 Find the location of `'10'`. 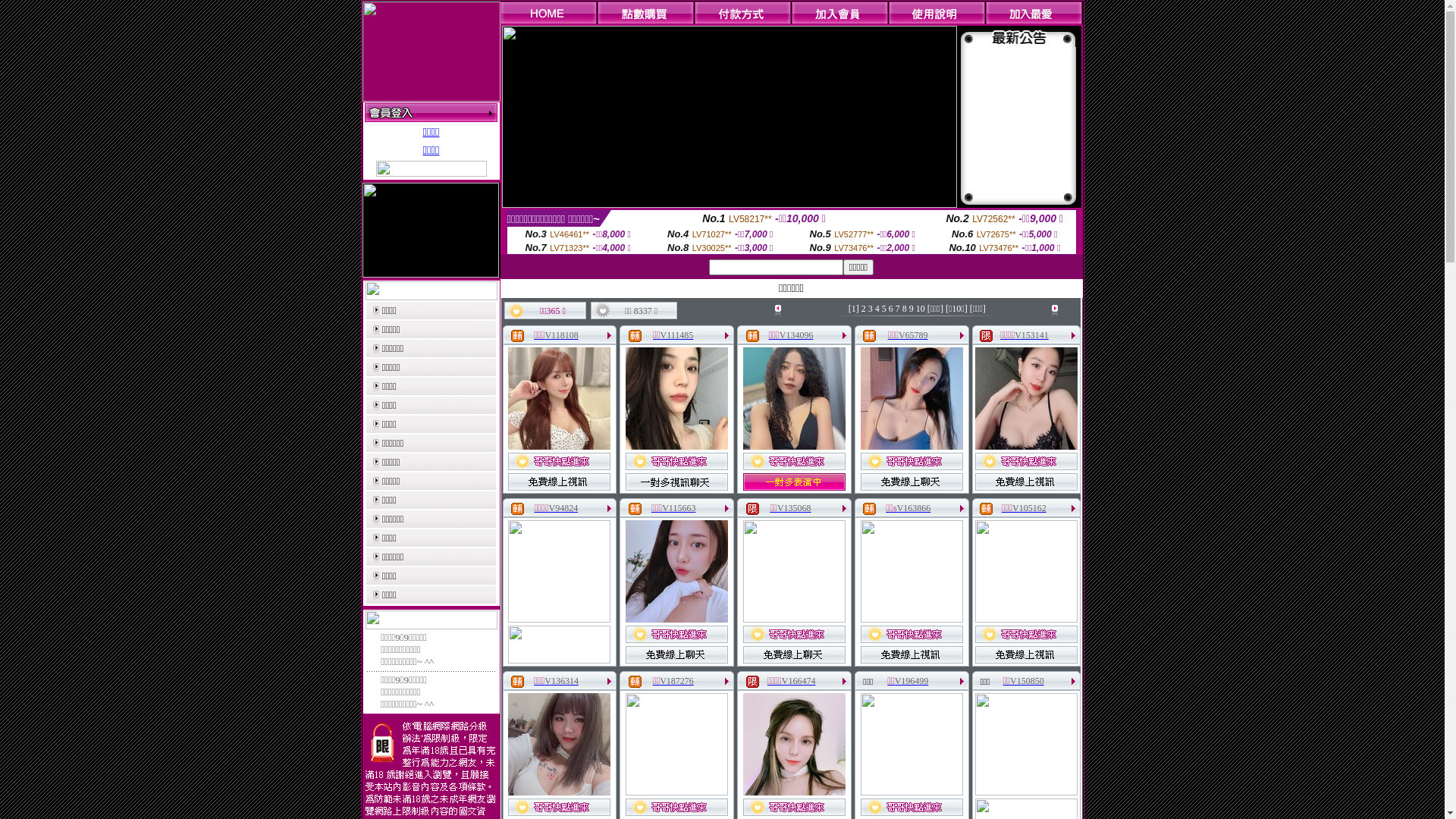

'10' is located at coordinates (920, 308).